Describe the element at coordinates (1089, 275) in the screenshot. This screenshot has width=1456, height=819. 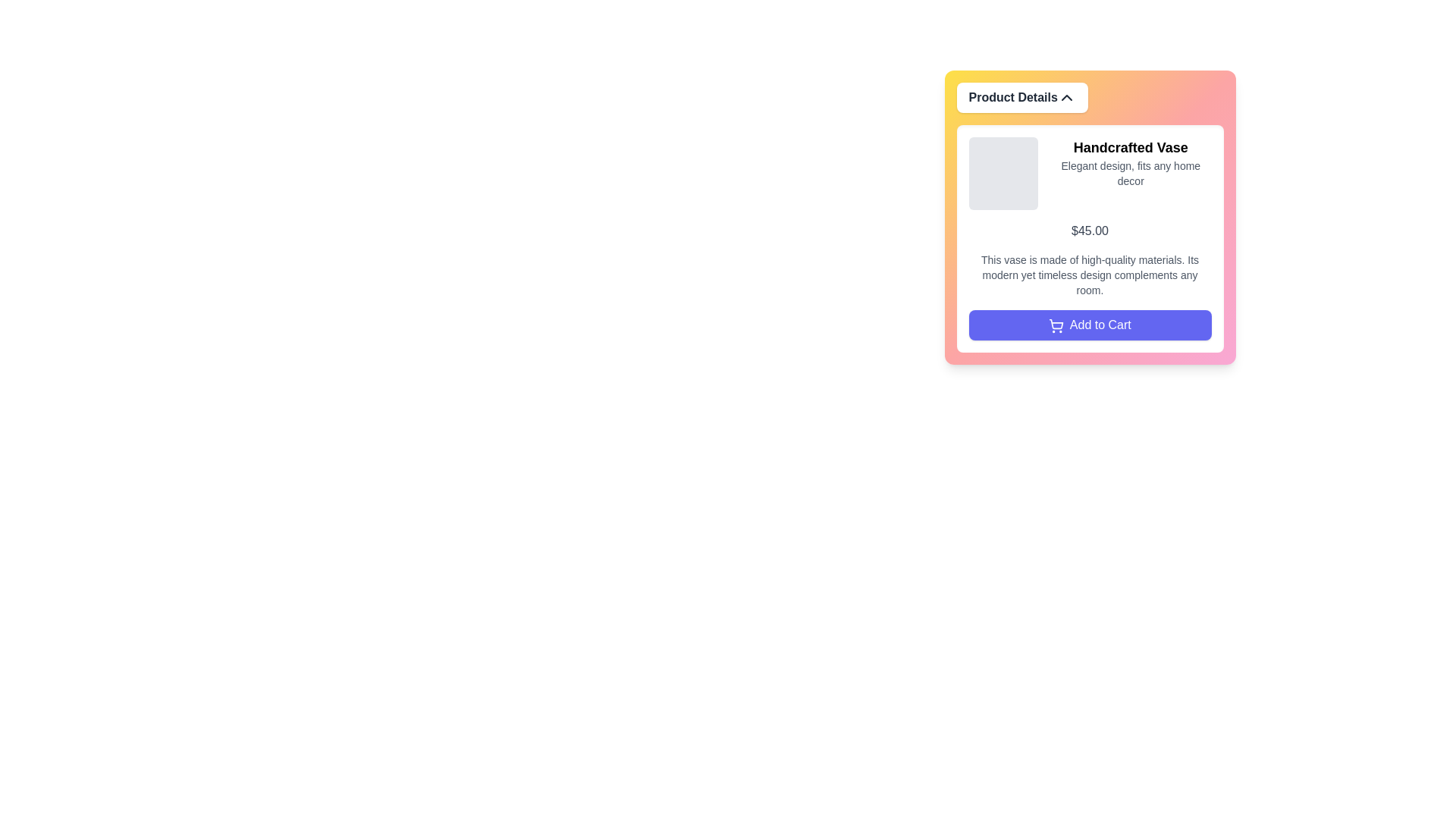
I see `the text display that describes the product, which is styled in a small, gray font and contains the text: 'This vase is made of high-quality materials. Its modern yet timeless design complements any room.' This element is located below the product title and price, above the 'Add to Cart' button` at that location.